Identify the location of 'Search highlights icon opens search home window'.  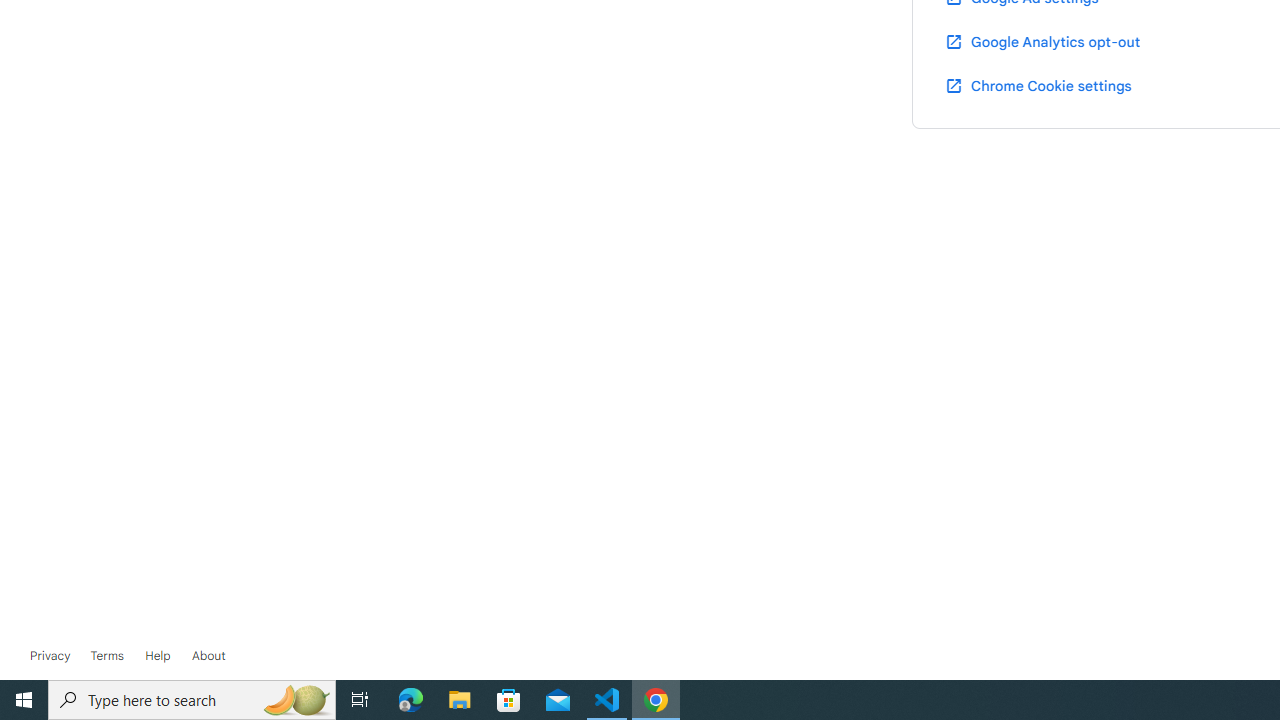
(294, 698).